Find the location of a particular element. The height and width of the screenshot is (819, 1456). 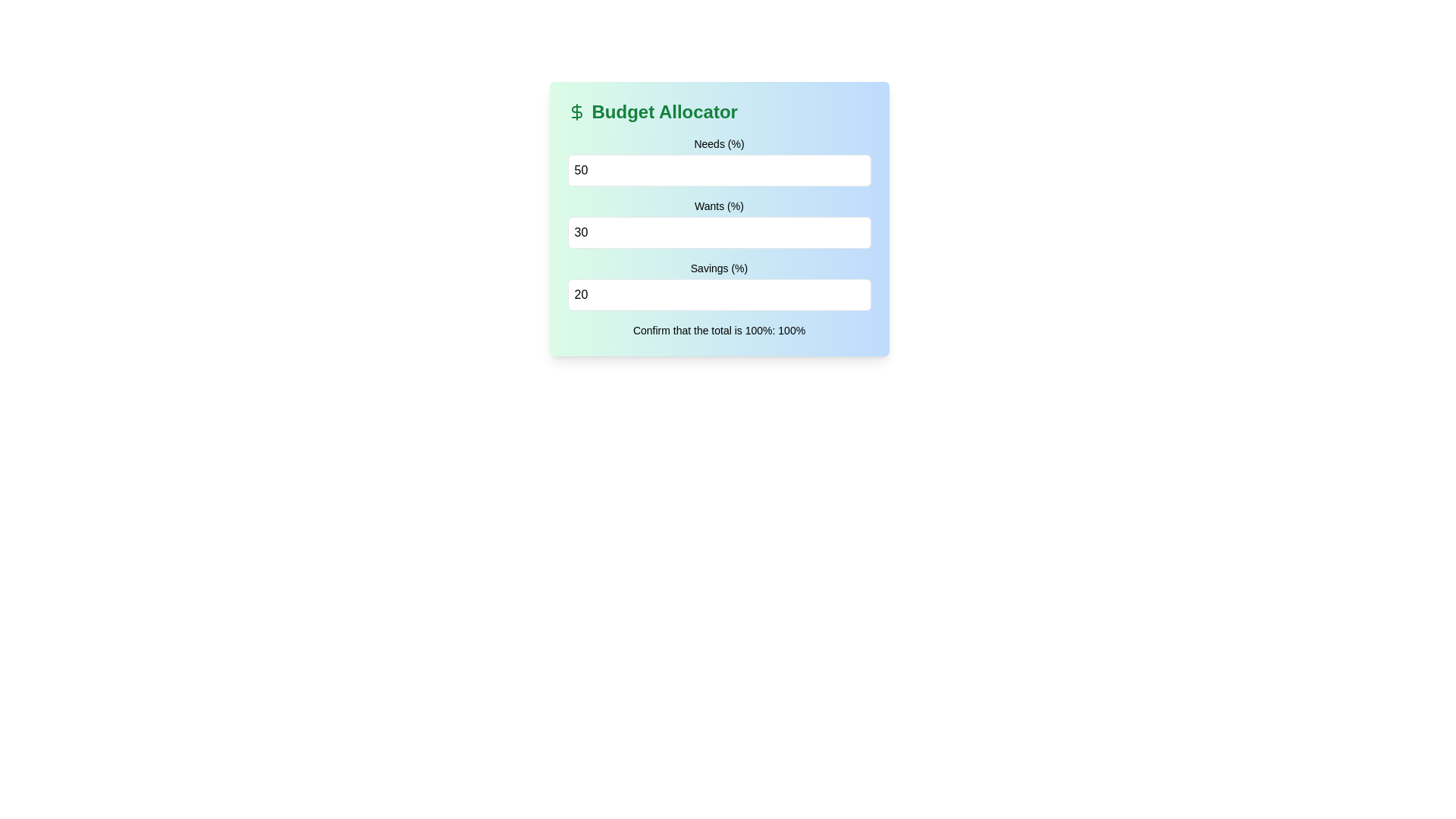

the monetary value icon located in the header section to the left of the 'Budget Allocator' text is located at coordinates (576, 111).